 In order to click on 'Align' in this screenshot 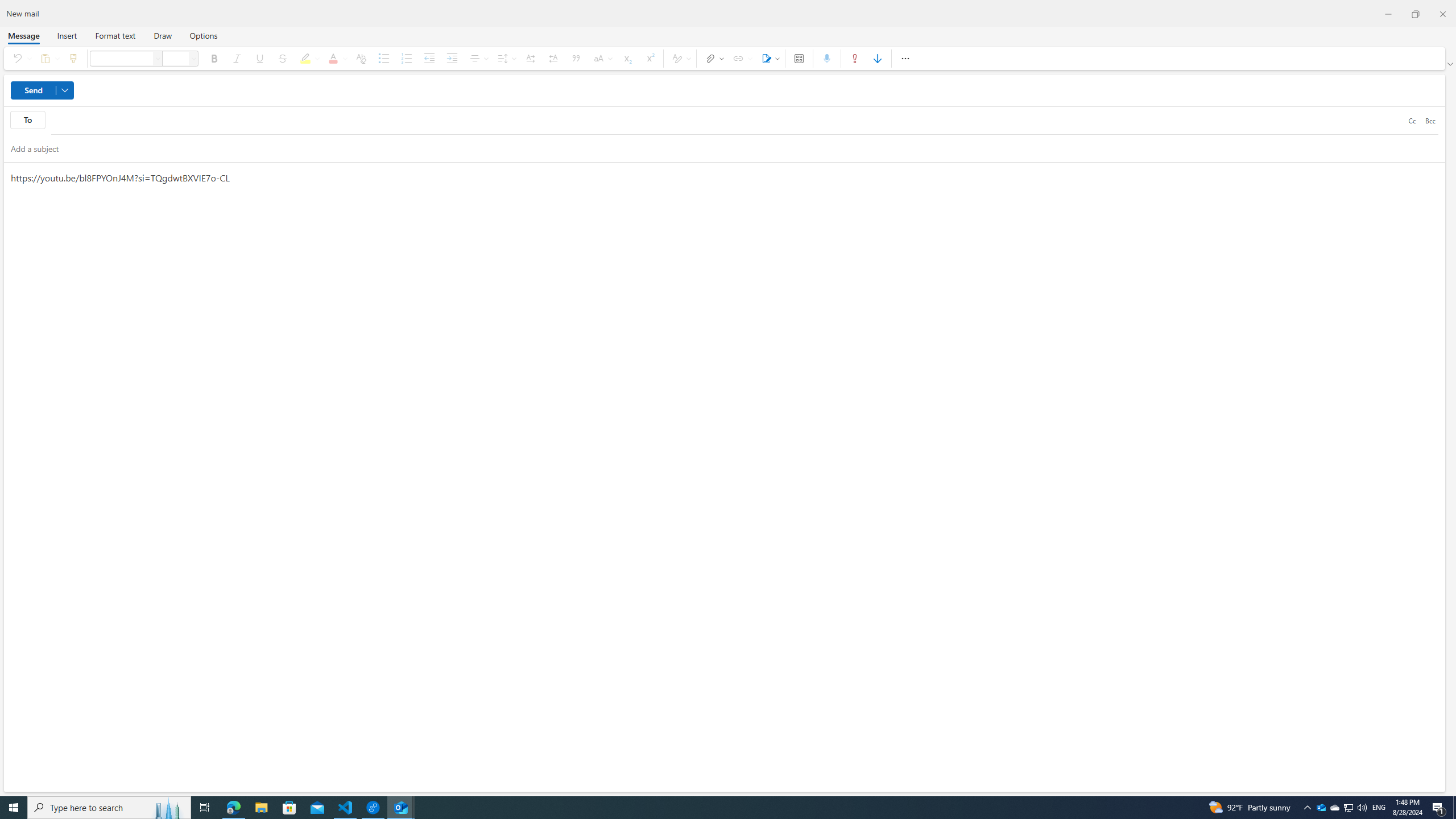, I will do `click(477, 58)`.